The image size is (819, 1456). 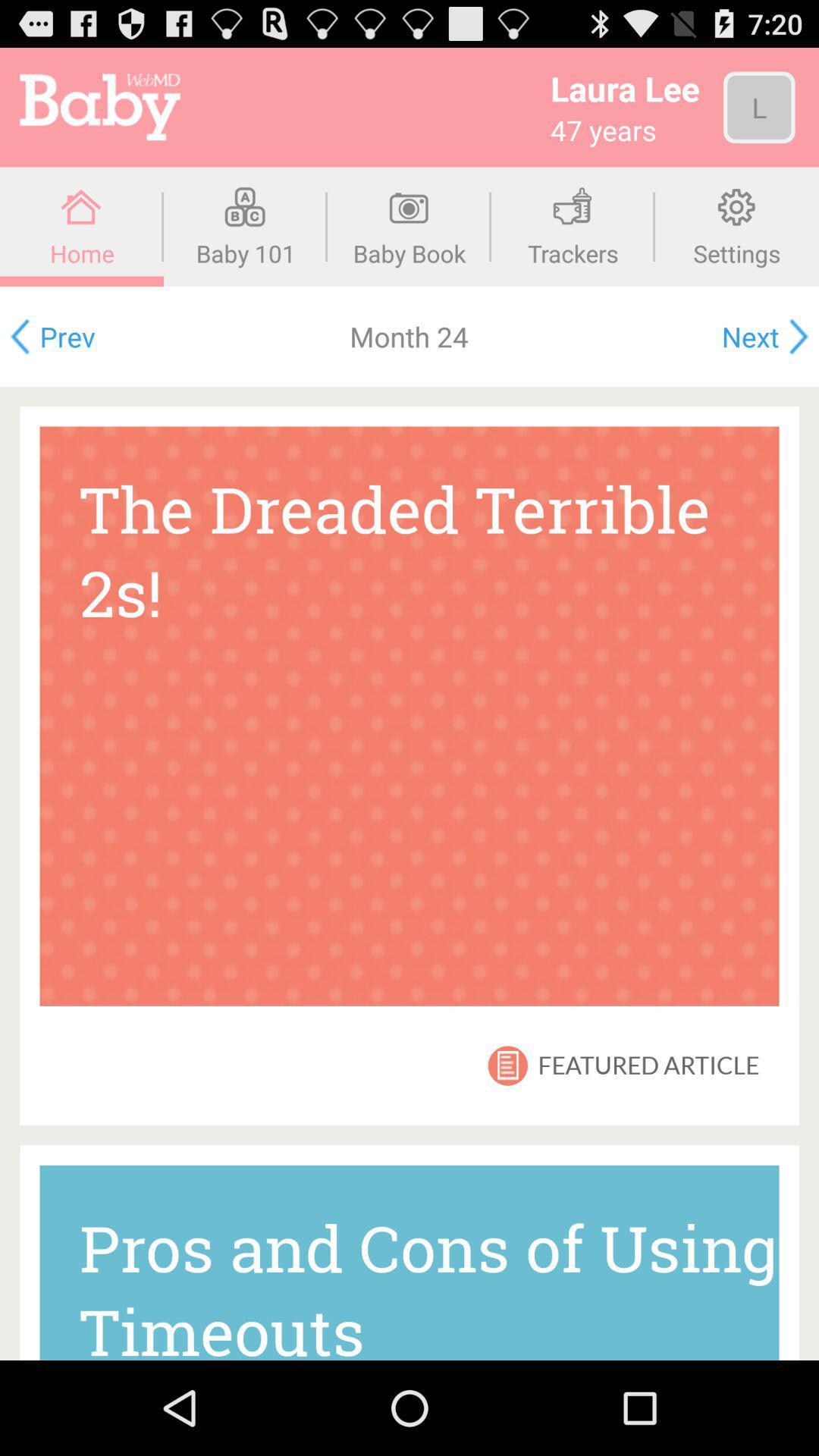 What do you see at coordinates (245, 226) in the screenshot?
I see `baby 101` at bounding box center [245, 226].